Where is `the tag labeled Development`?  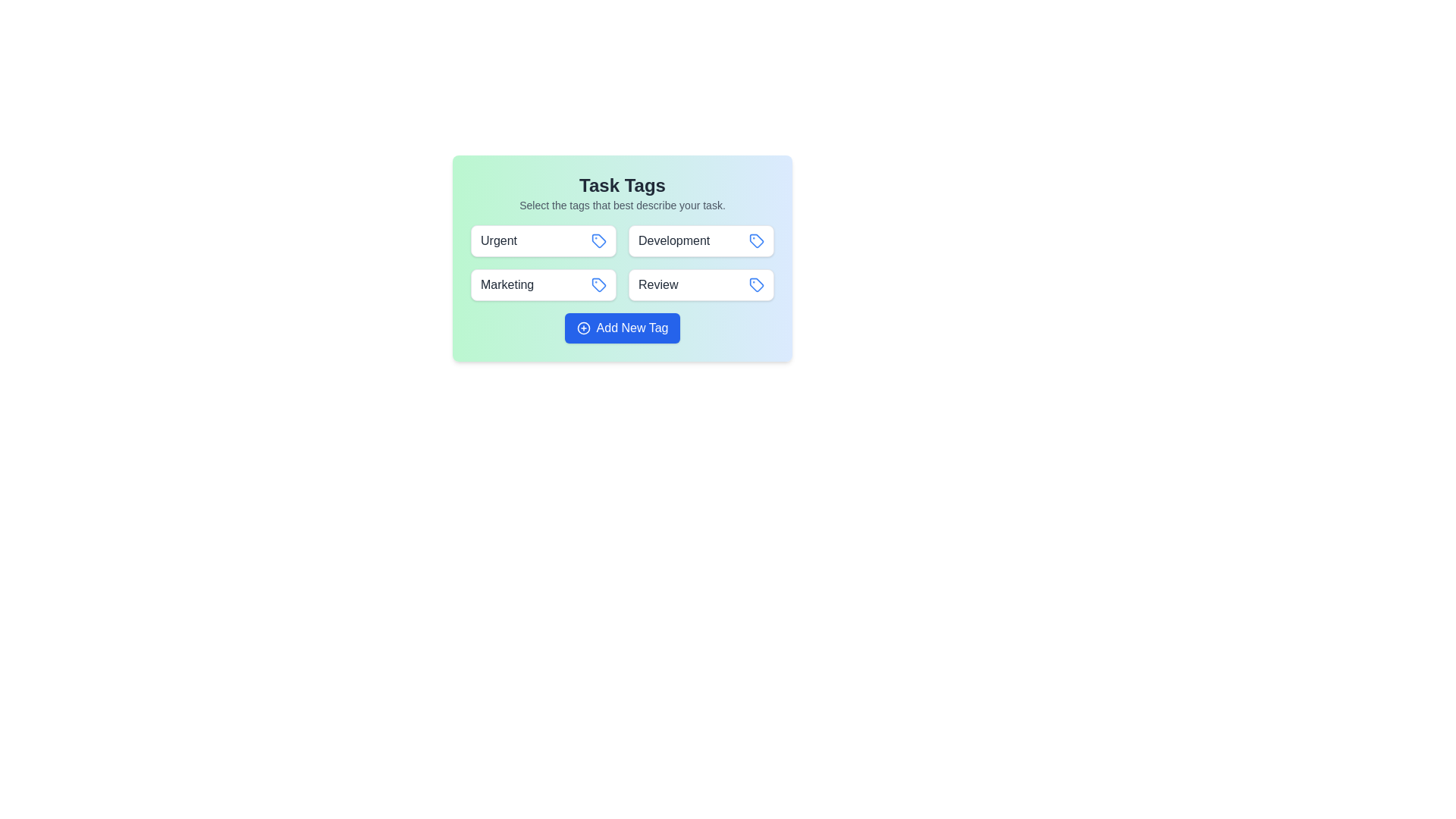
the tag labeled Development is located at coordinates (701, 240).